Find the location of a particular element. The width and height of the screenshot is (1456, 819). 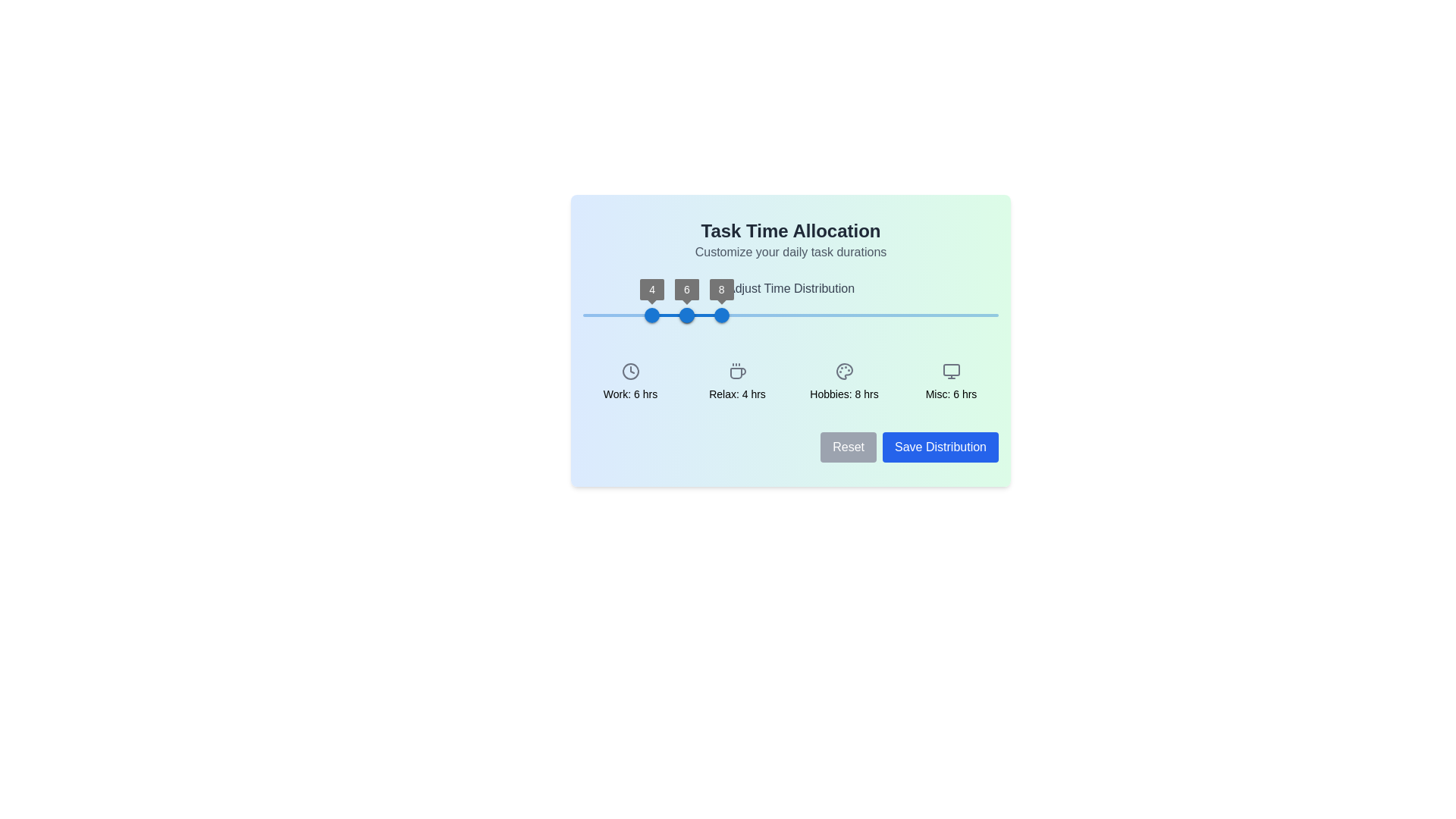

the 'Save Distribution' button with a blue background and white text is located at coordinates (940, 447).